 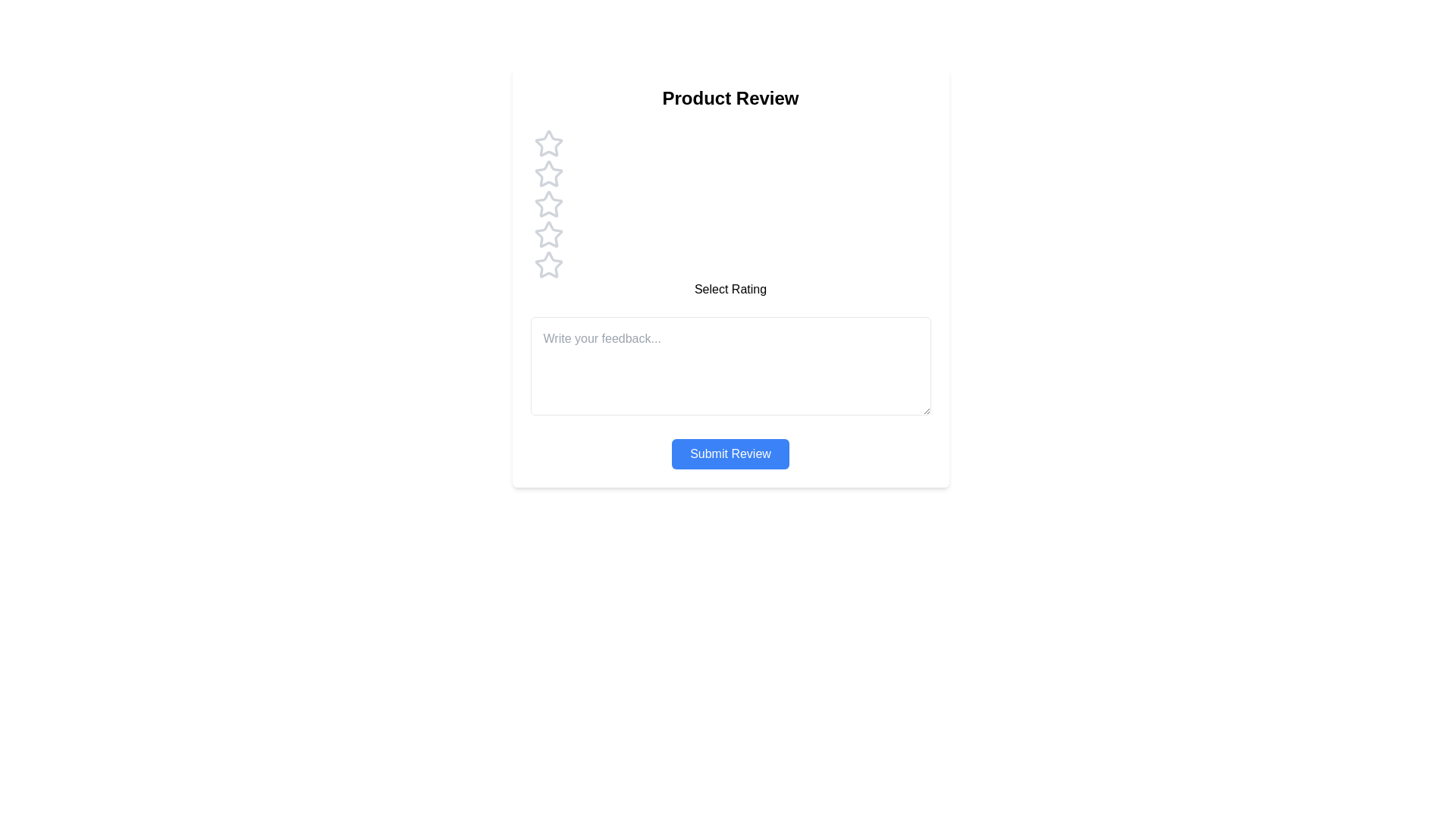 I want to click on the second star icon in the vertical arrangement of five rating stars, so click(x=548, y=173).